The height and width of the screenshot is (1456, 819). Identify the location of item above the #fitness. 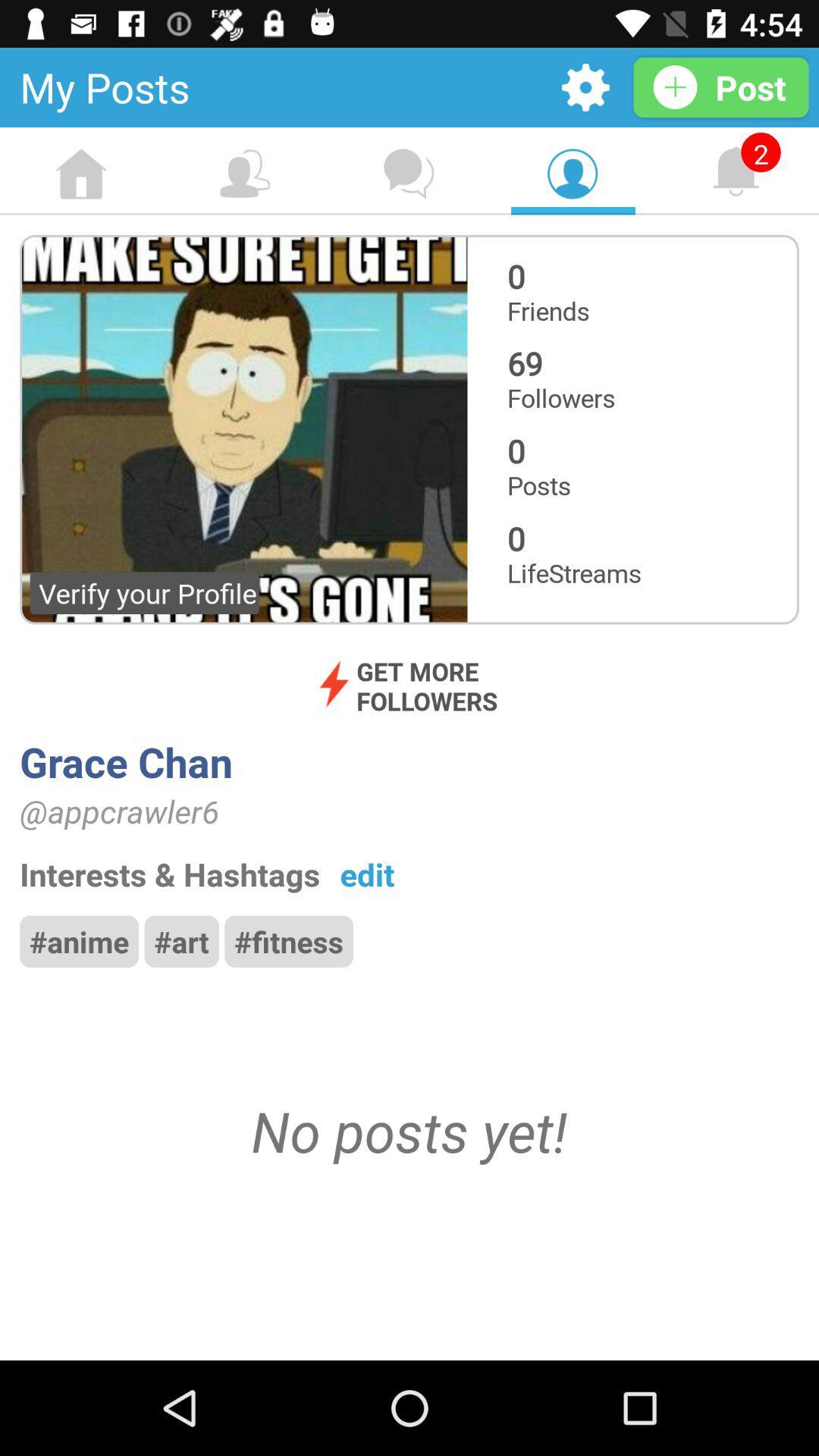
(367, 874).